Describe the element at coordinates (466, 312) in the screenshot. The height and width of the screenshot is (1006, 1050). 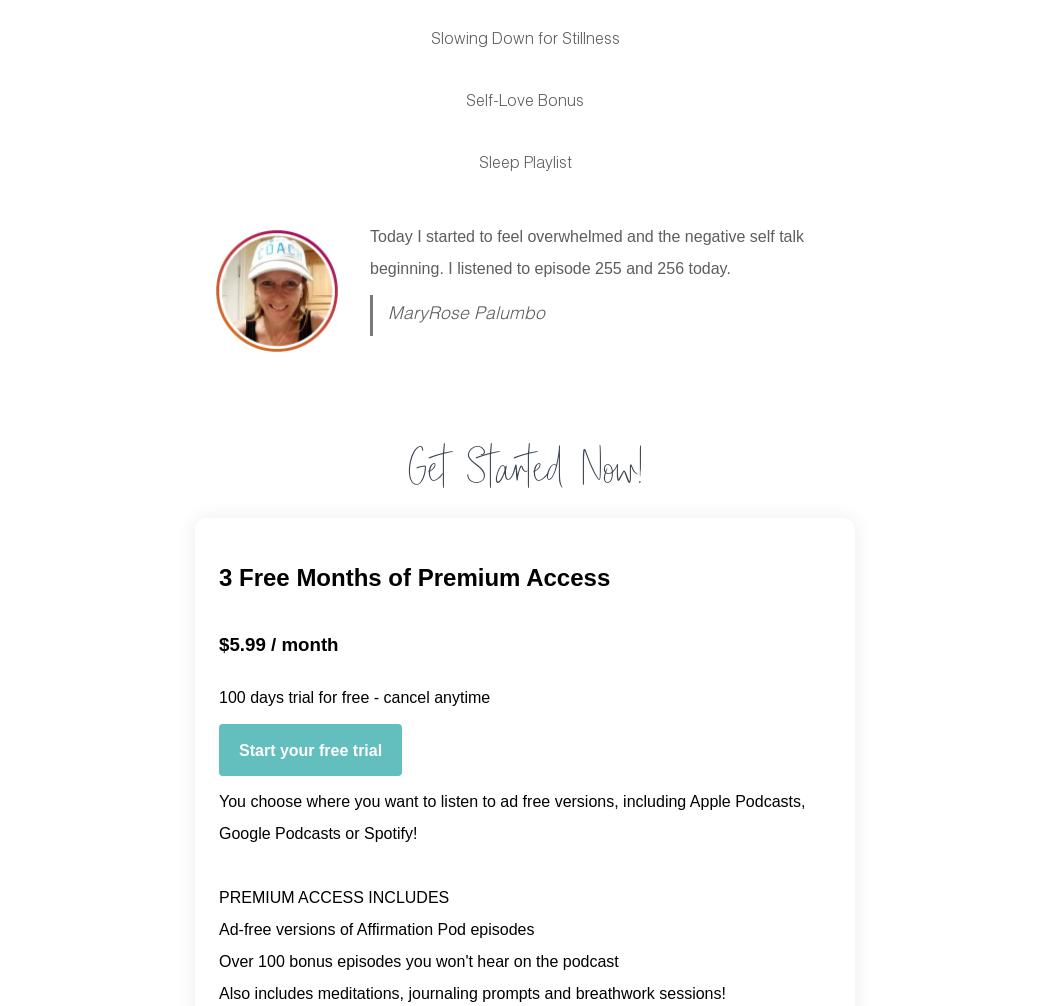
I see `'MaryRose Palumbo'` at that location.